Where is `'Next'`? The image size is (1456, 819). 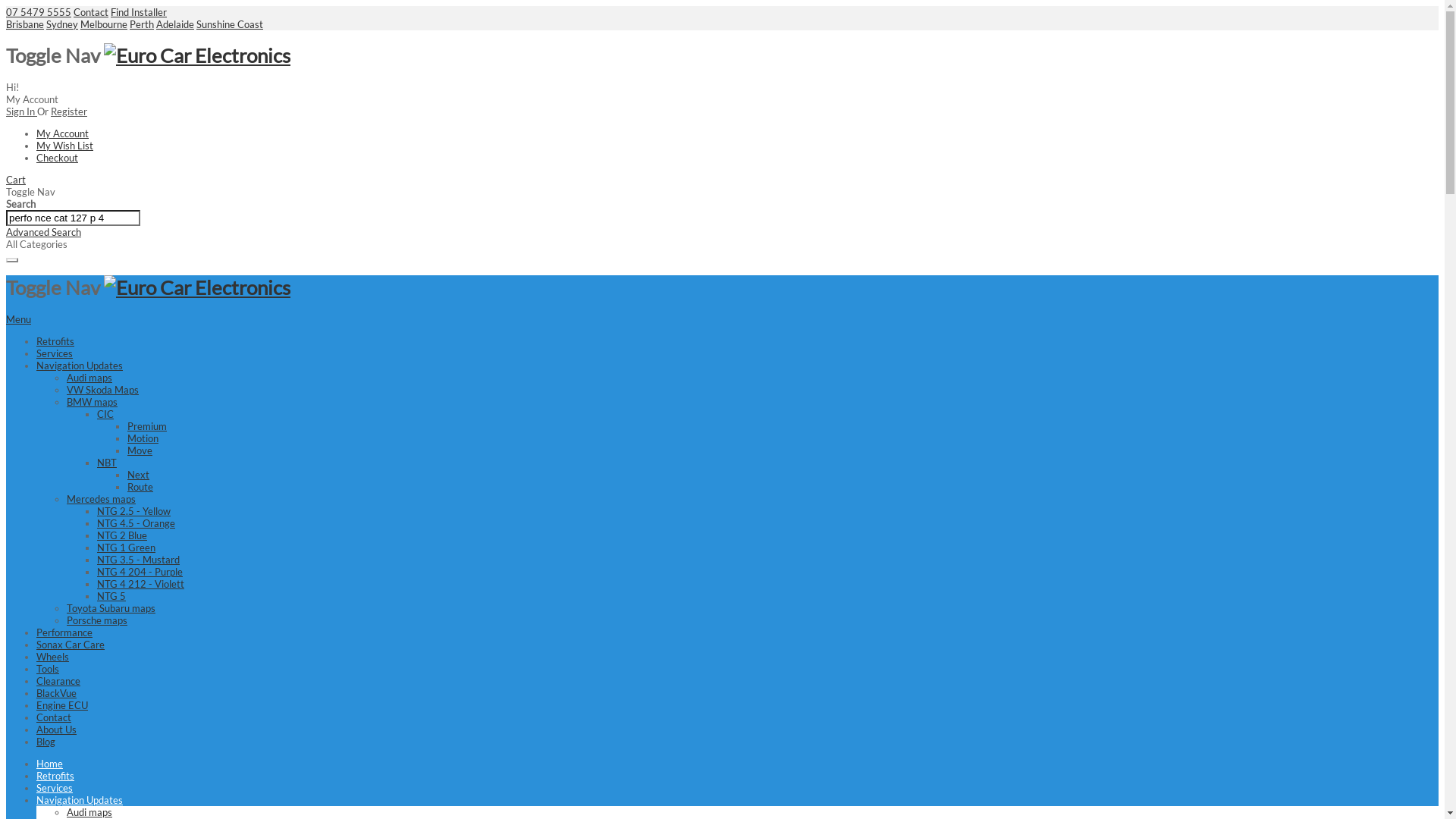 'Next' is located at coordinates (138, 473).